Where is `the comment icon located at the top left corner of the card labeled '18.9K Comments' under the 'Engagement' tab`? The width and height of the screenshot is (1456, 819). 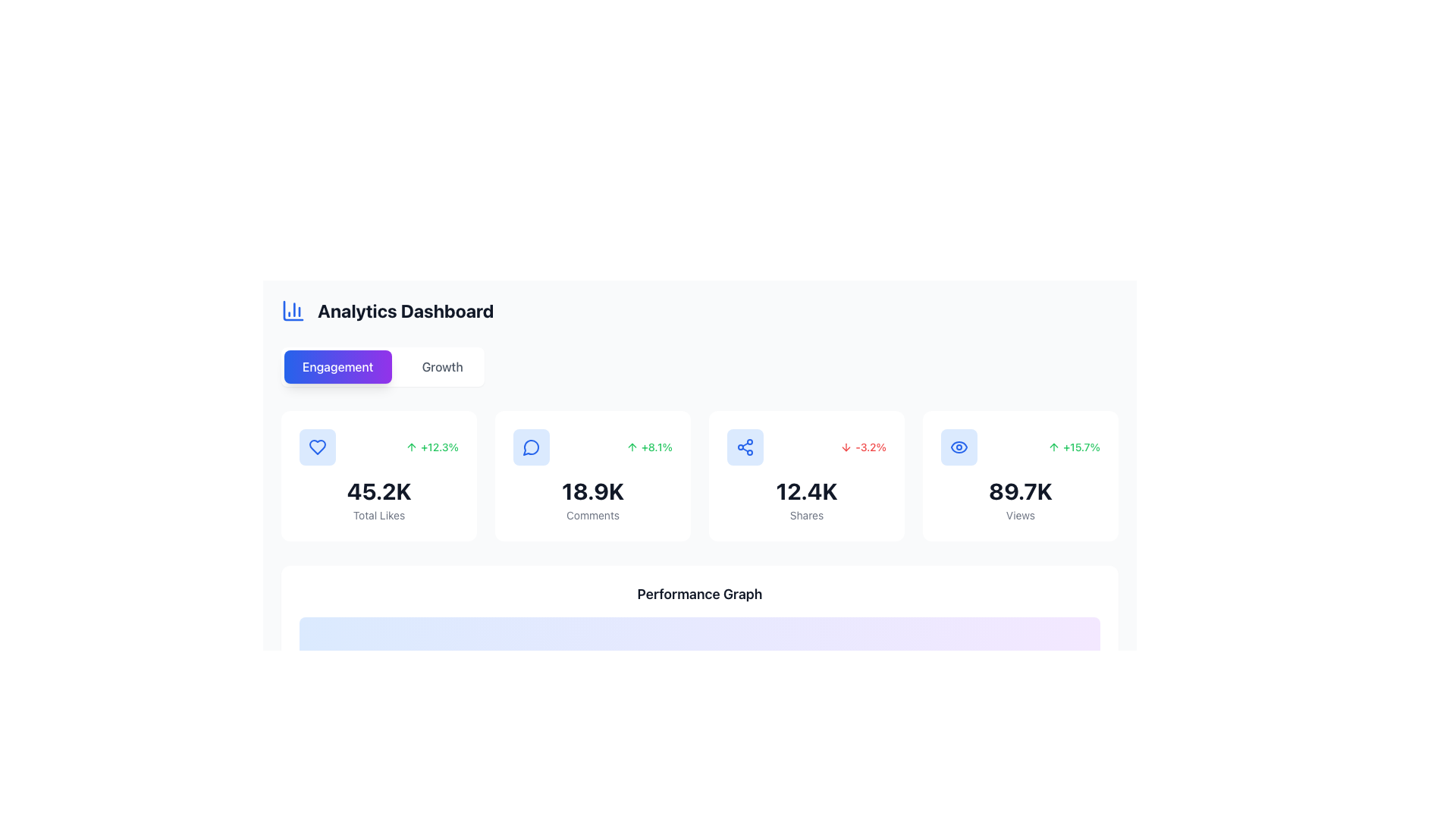 the comment icon located at the top left corner of the card labeled '18.9K Comments' under the 'Engagement' tab is located at coordinates (531, 447).